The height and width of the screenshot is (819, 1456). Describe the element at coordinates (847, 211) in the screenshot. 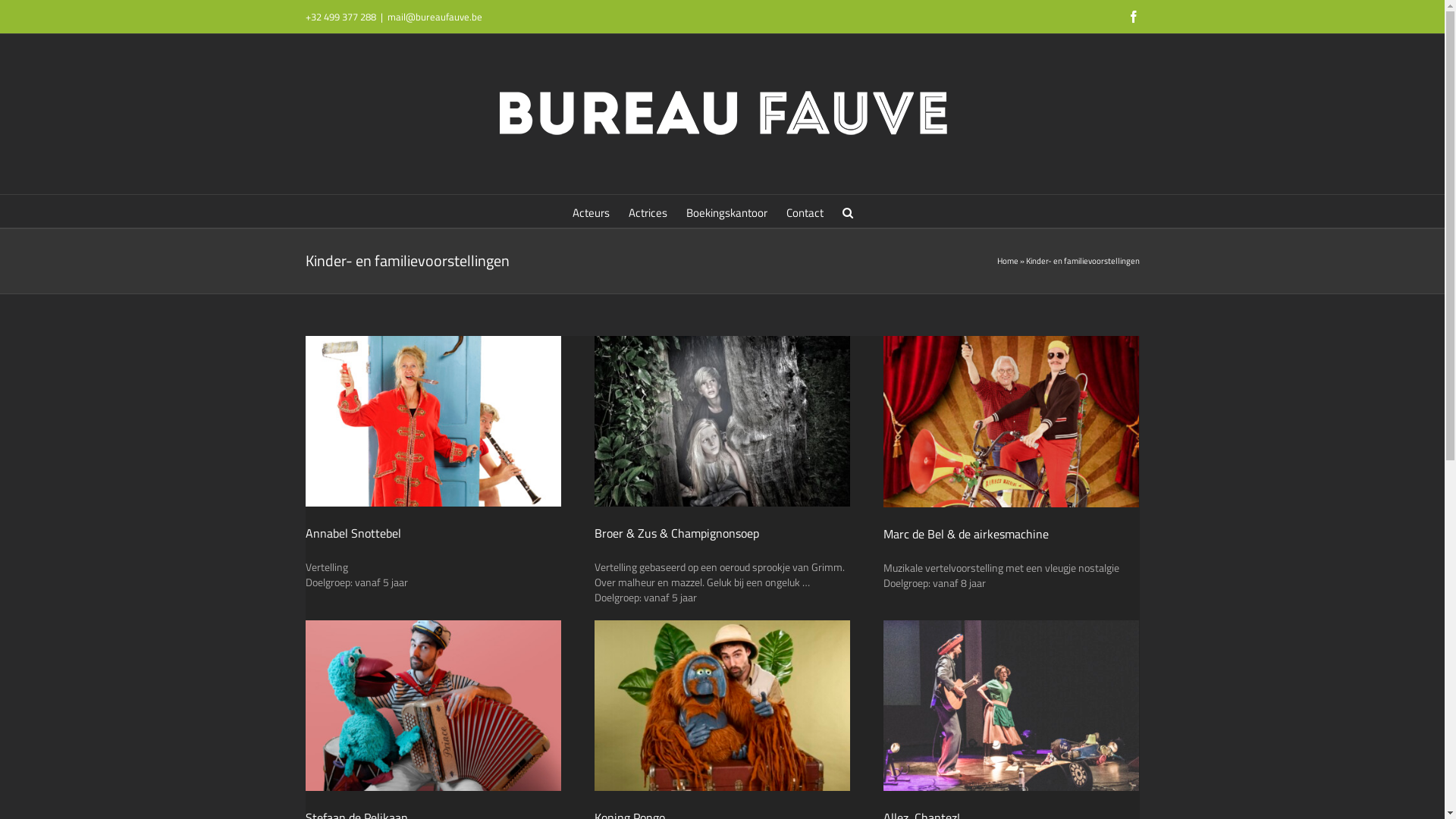

I see `'Zoeken'` at that location.